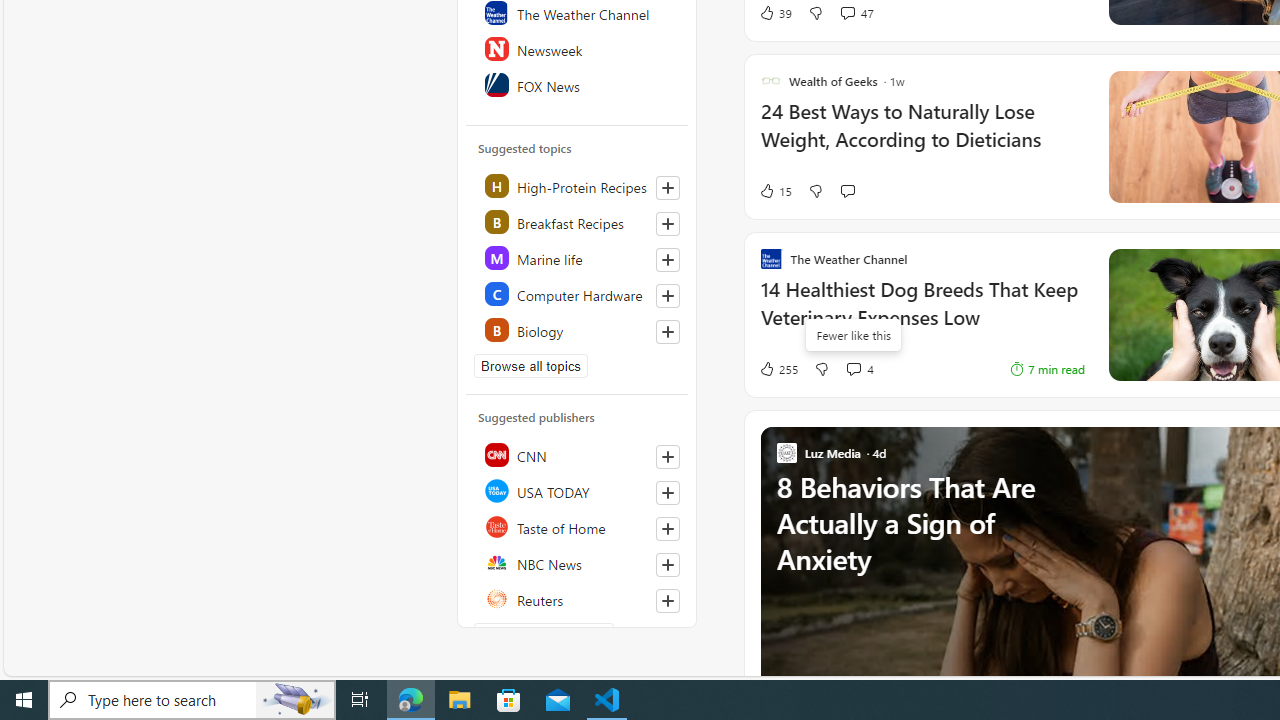  I want to click on 'FOX News', so click(577, 83).